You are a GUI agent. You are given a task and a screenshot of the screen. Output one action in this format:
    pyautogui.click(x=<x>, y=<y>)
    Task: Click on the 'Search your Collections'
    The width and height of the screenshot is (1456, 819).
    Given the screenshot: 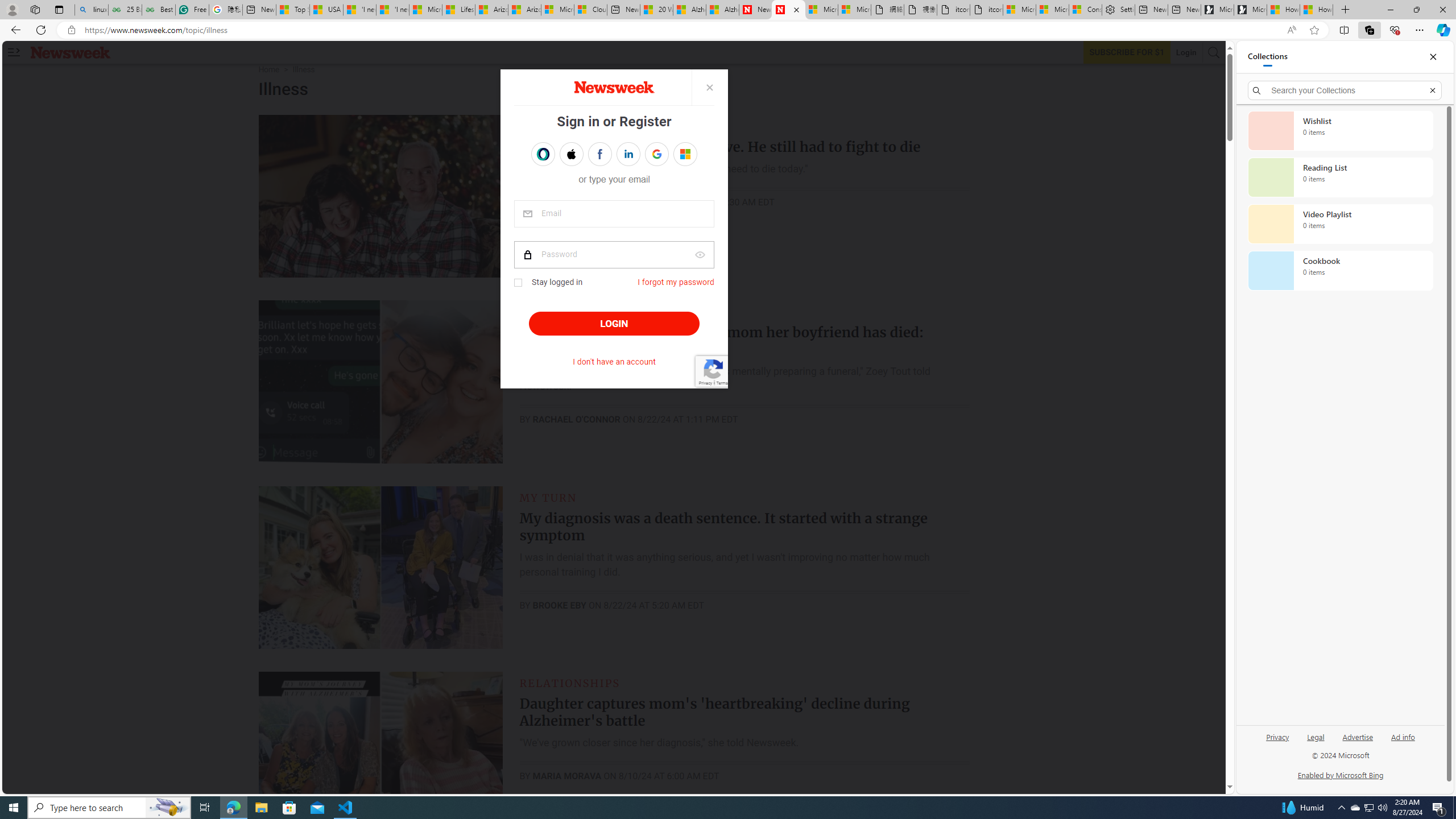 What is the action you would take?
    pyautogui.click(x=1345, y=90)
    